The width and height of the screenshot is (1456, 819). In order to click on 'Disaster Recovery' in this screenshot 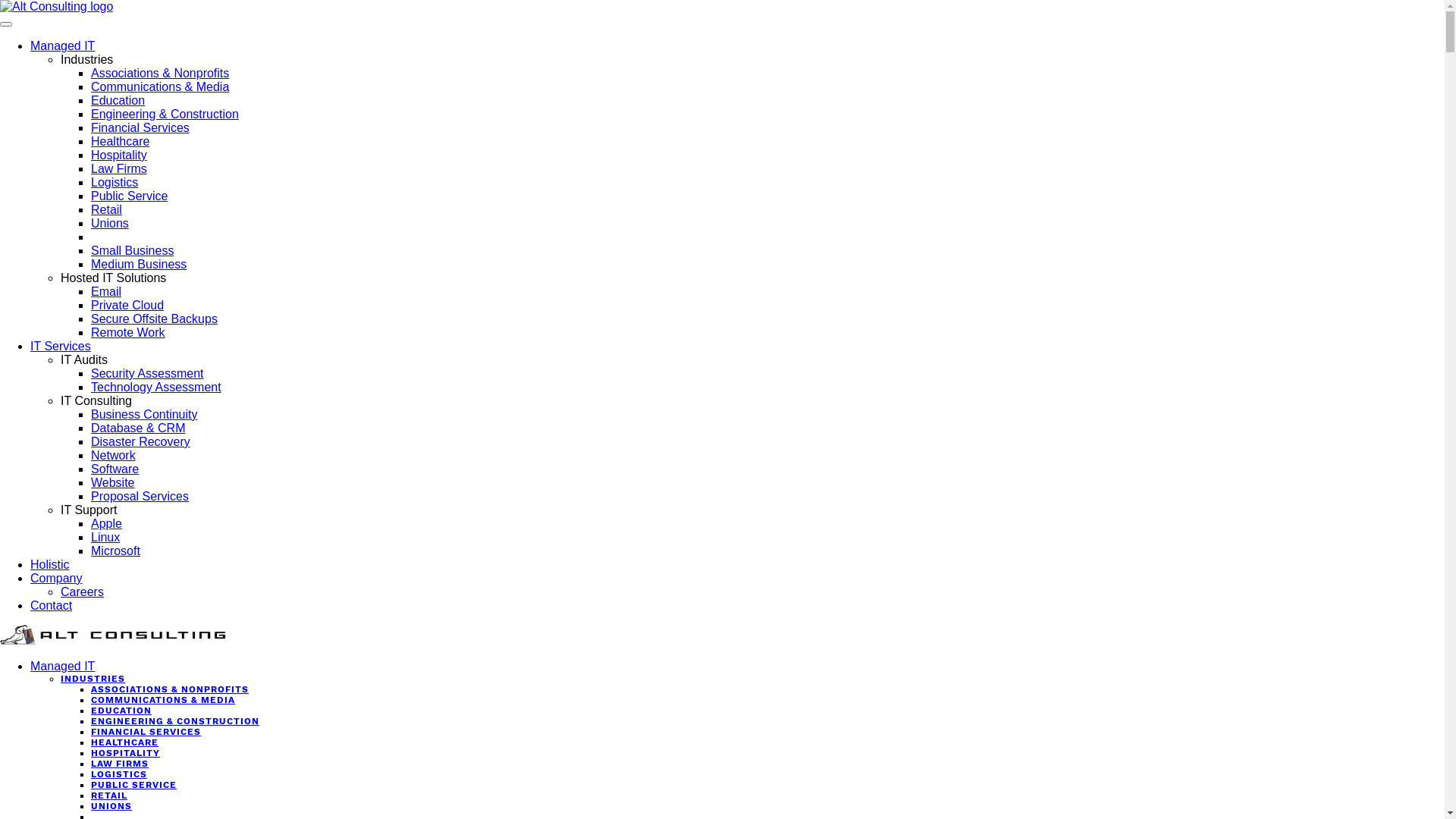, I will do `click(90, 441)`.